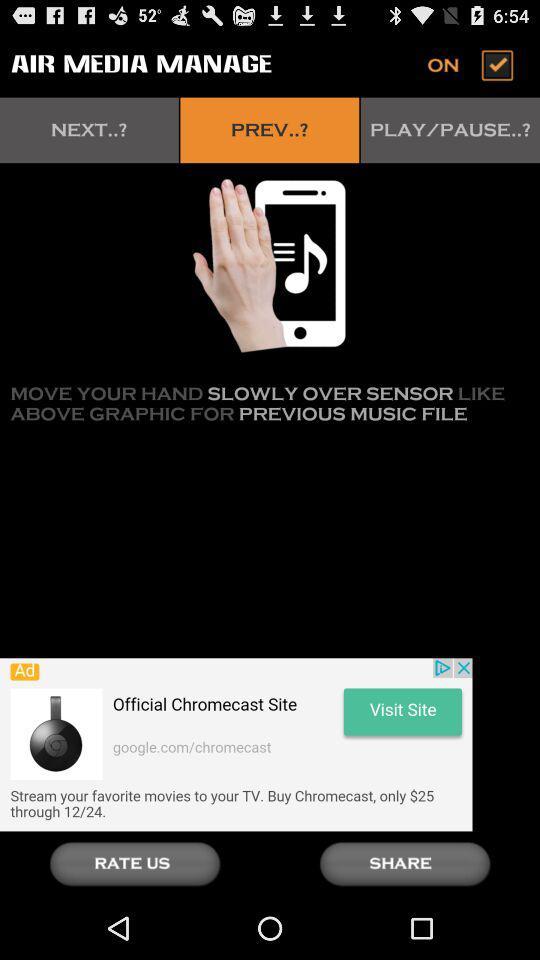 The image size is (540, 960). I want to click on share current media file, so click(405, 863).